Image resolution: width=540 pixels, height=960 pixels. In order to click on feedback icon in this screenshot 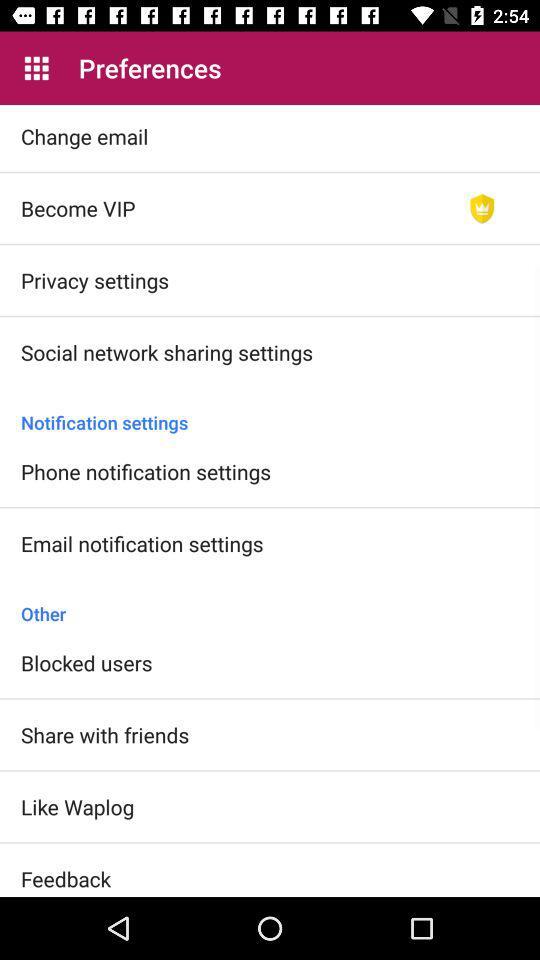, I will do `click(65, 877)`.